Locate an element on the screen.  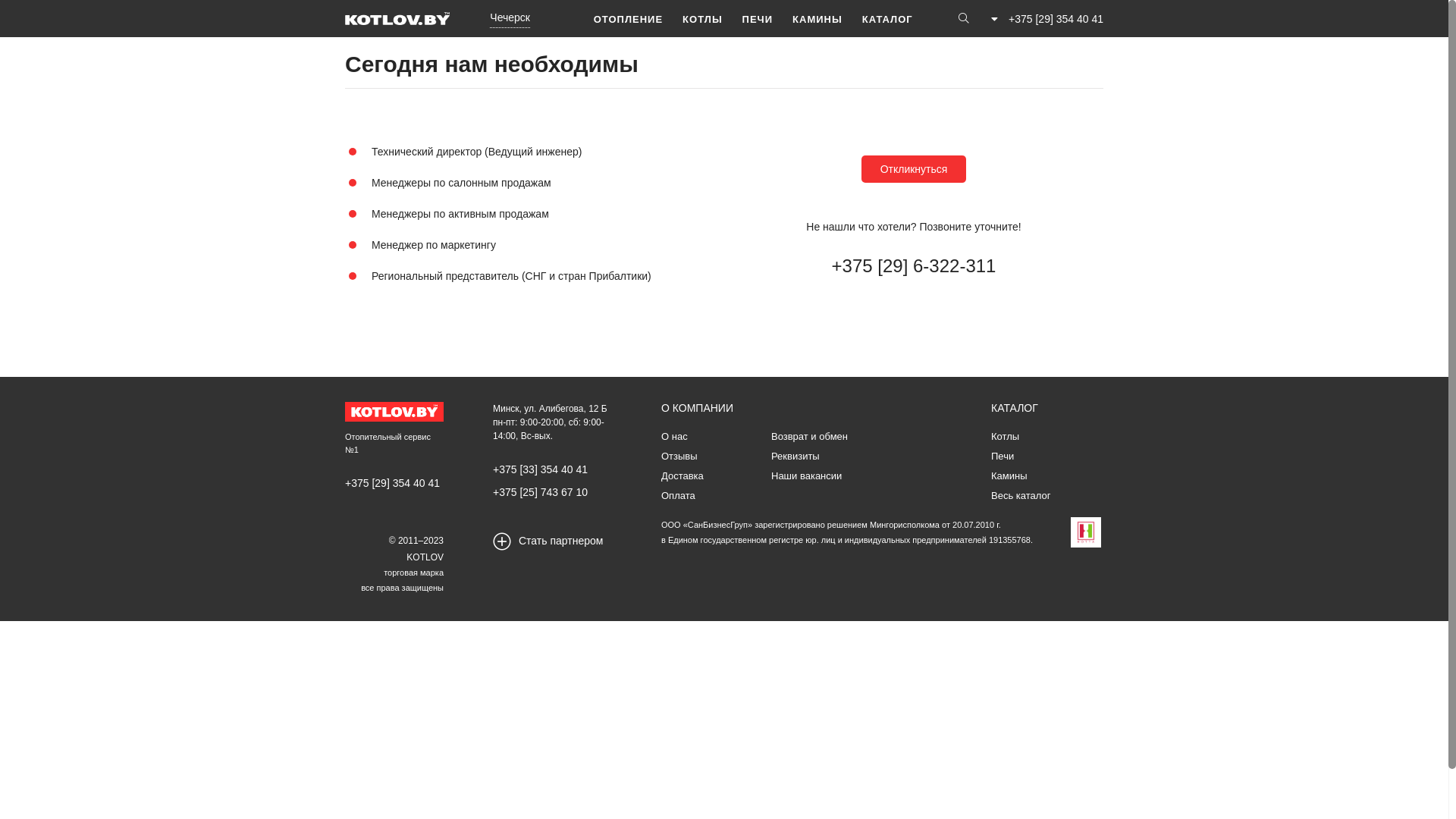
'+375 [33] 354 40 41' is located at coordinates (540, 468).